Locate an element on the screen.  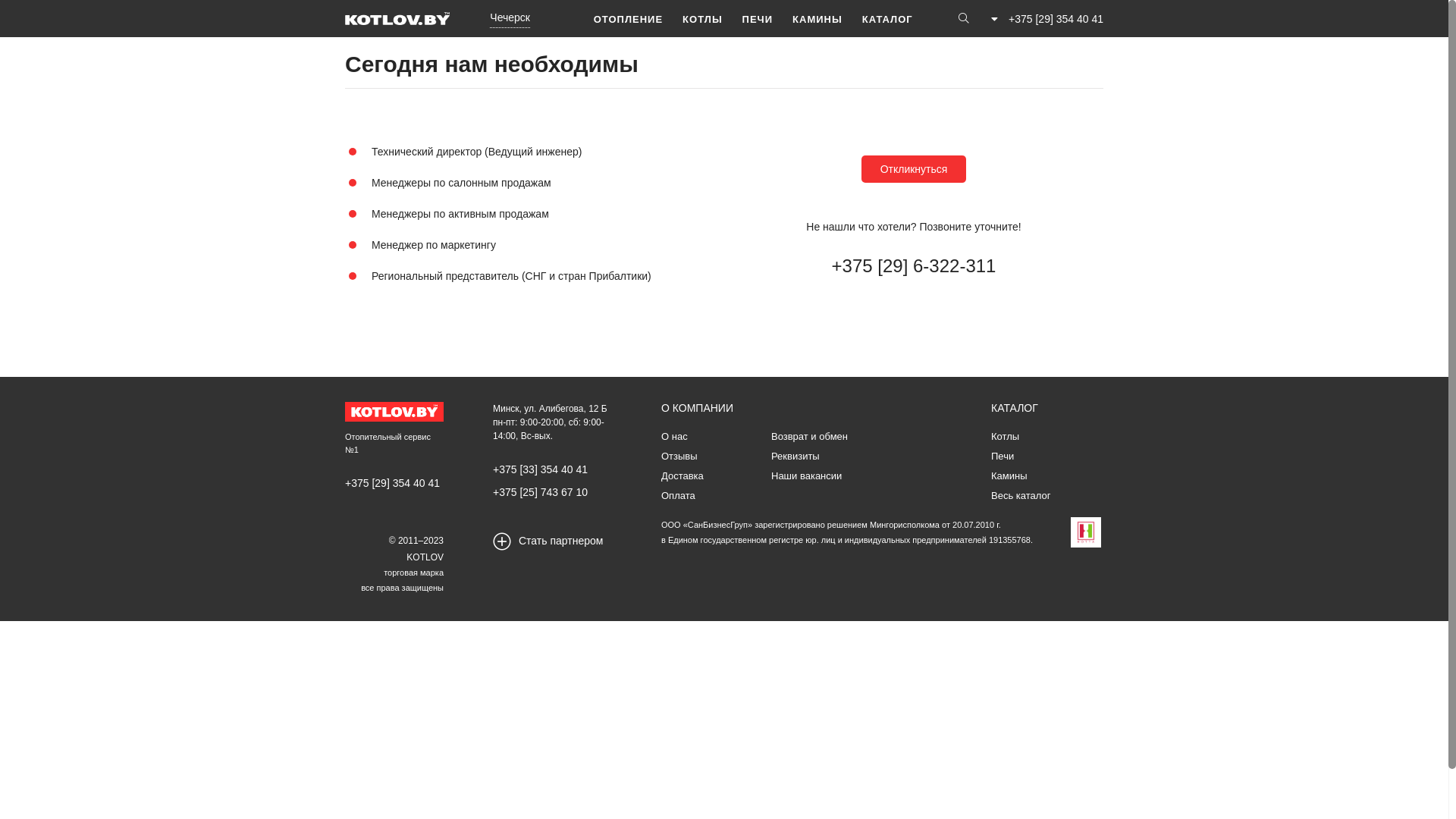
'+375 [33] 354 40 41' is located at coordinates (540, 468).